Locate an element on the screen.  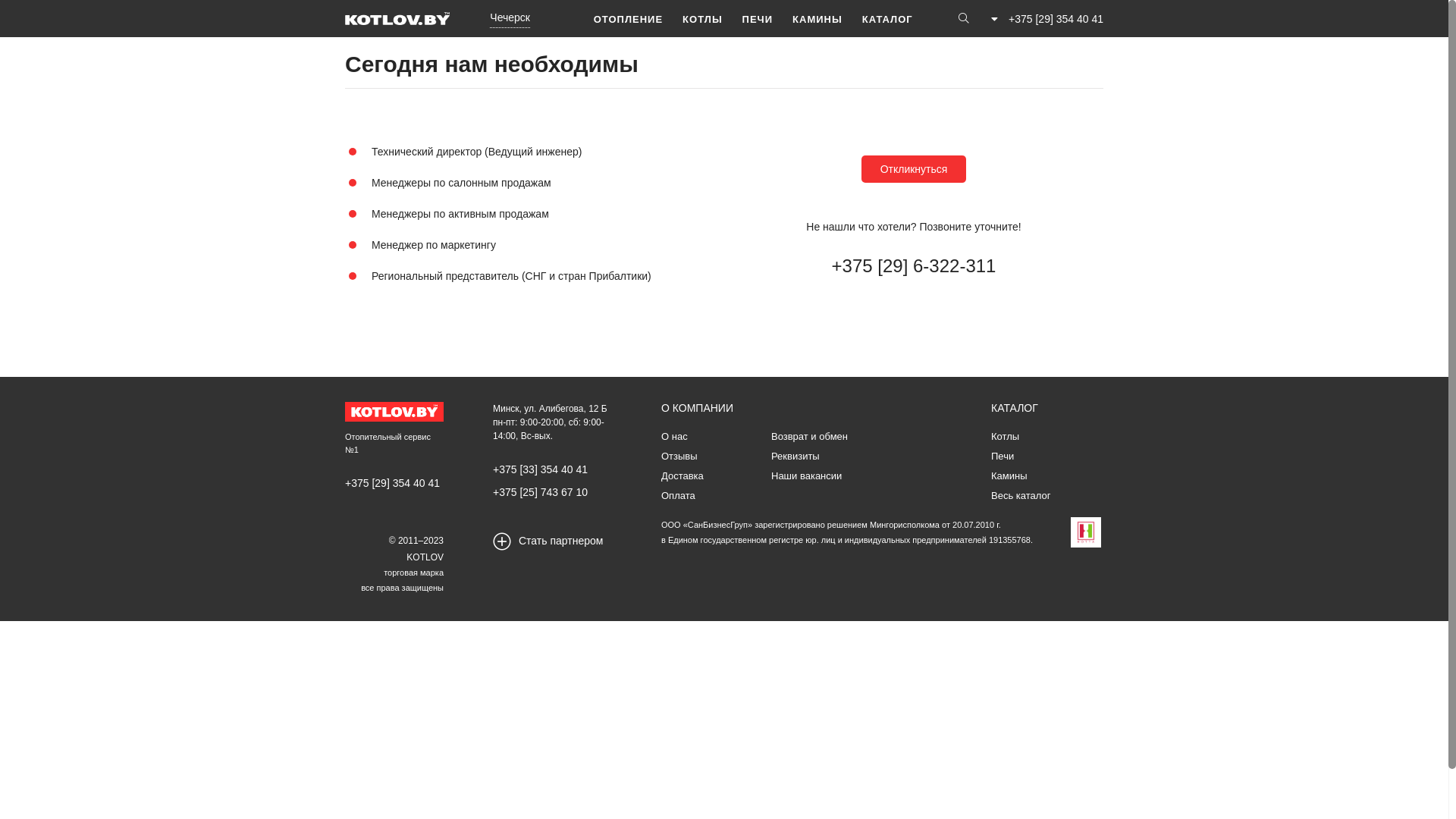
'+375 [33] 354 40 41' is located at coordinates (540, 468).